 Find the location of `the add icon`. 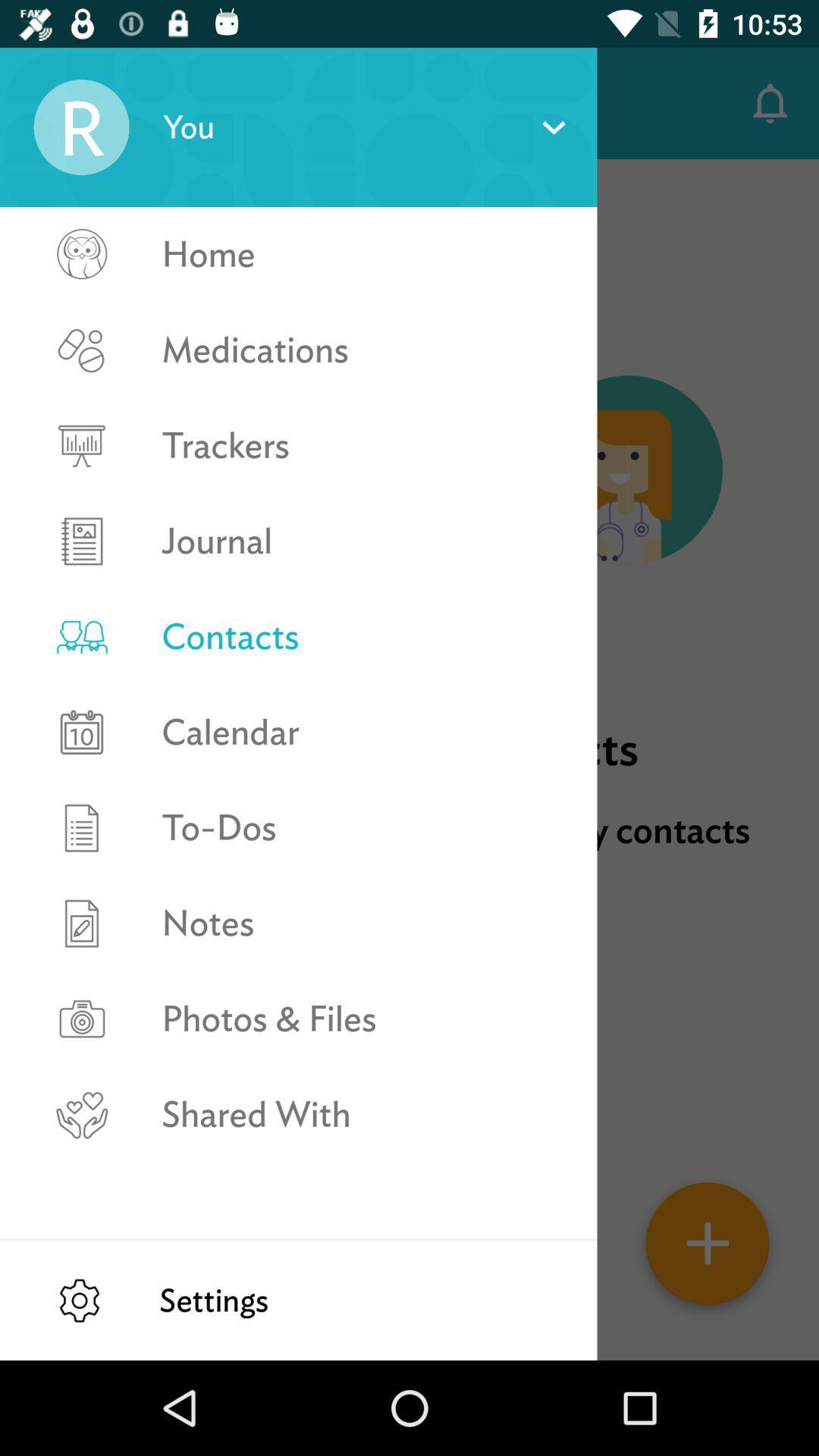

the add icon is located at coordinates (708, 1248).